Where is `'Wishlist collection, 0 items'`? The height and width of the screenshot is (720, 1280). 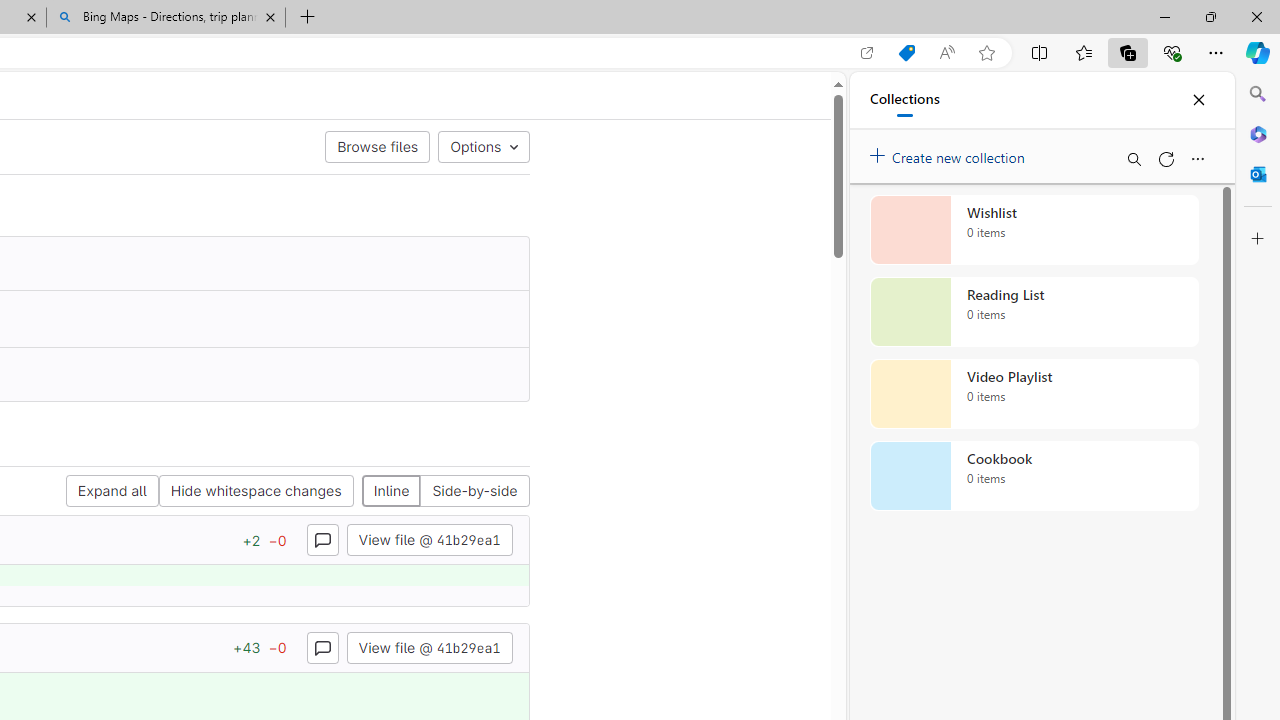 'Wishlist collection, 0 items' is located at coordinates (1034, 229).